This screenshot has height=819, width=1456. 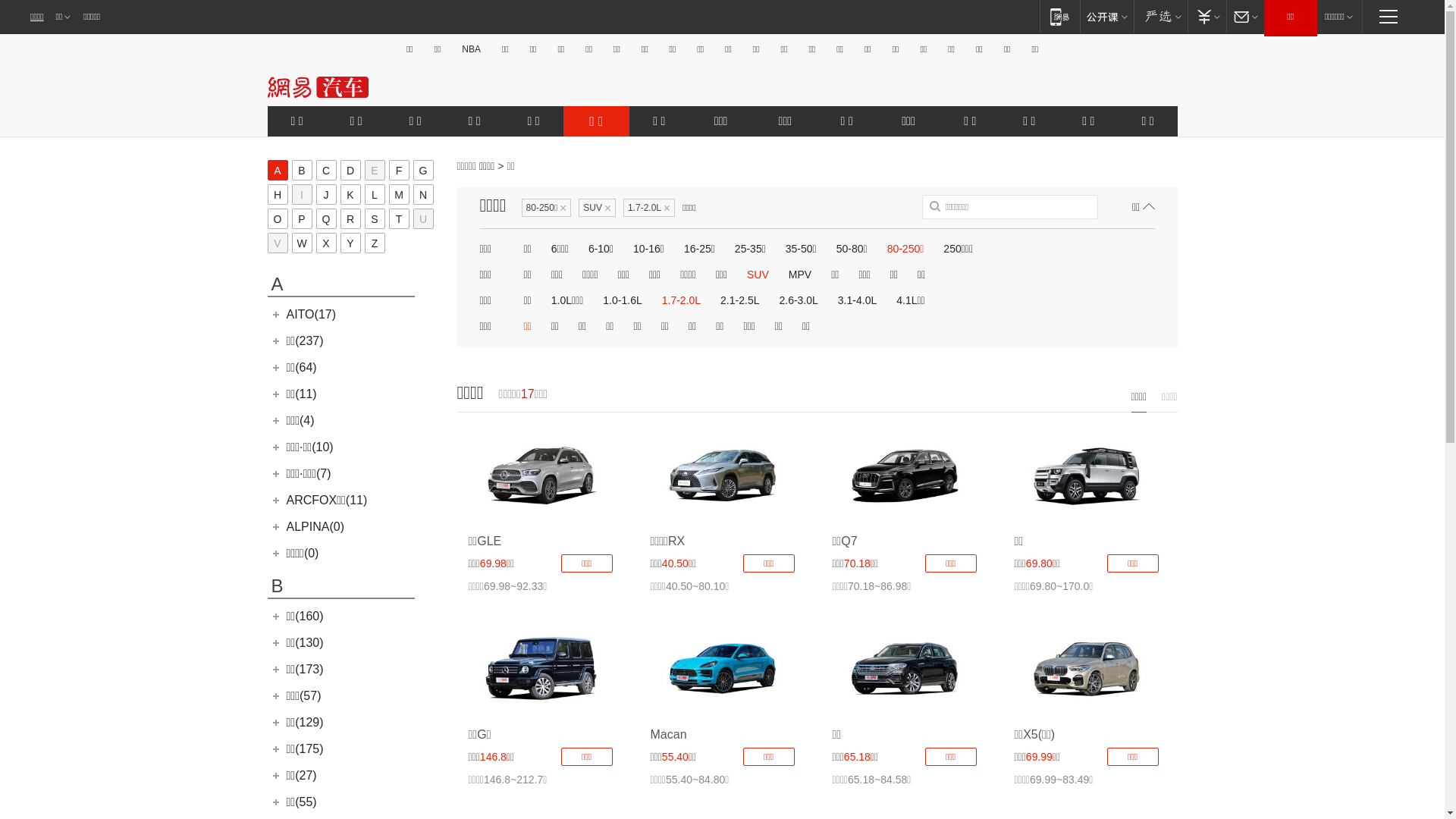 What do you see at coordinates (398, 170) in the screenshot?
I see `'F'` at bounding box center [398, 170].